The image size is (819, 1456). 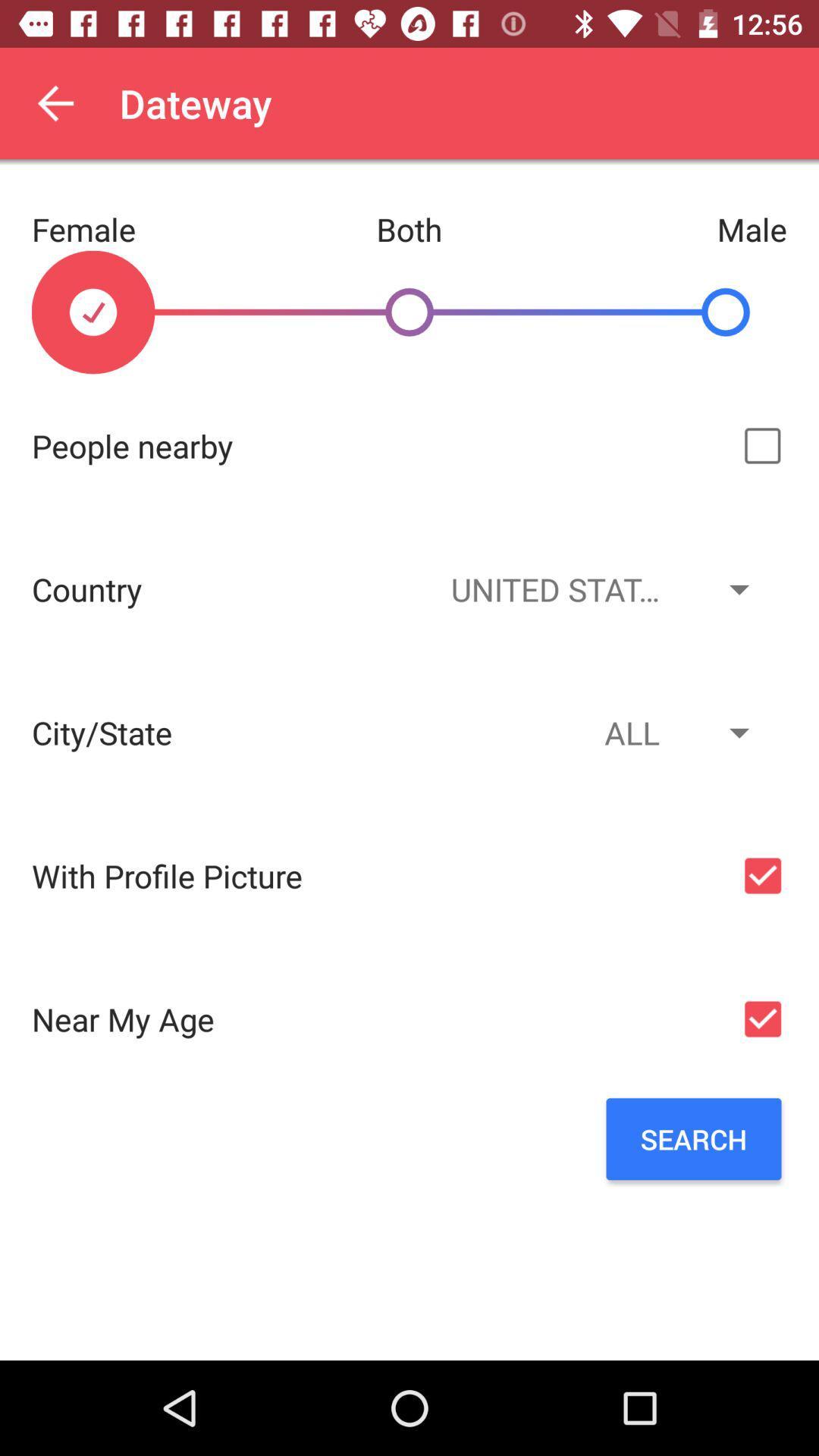 What do you see at coordinates (55, 102) in the screenshot?
I see `previous` at bounding box center [55, 102].